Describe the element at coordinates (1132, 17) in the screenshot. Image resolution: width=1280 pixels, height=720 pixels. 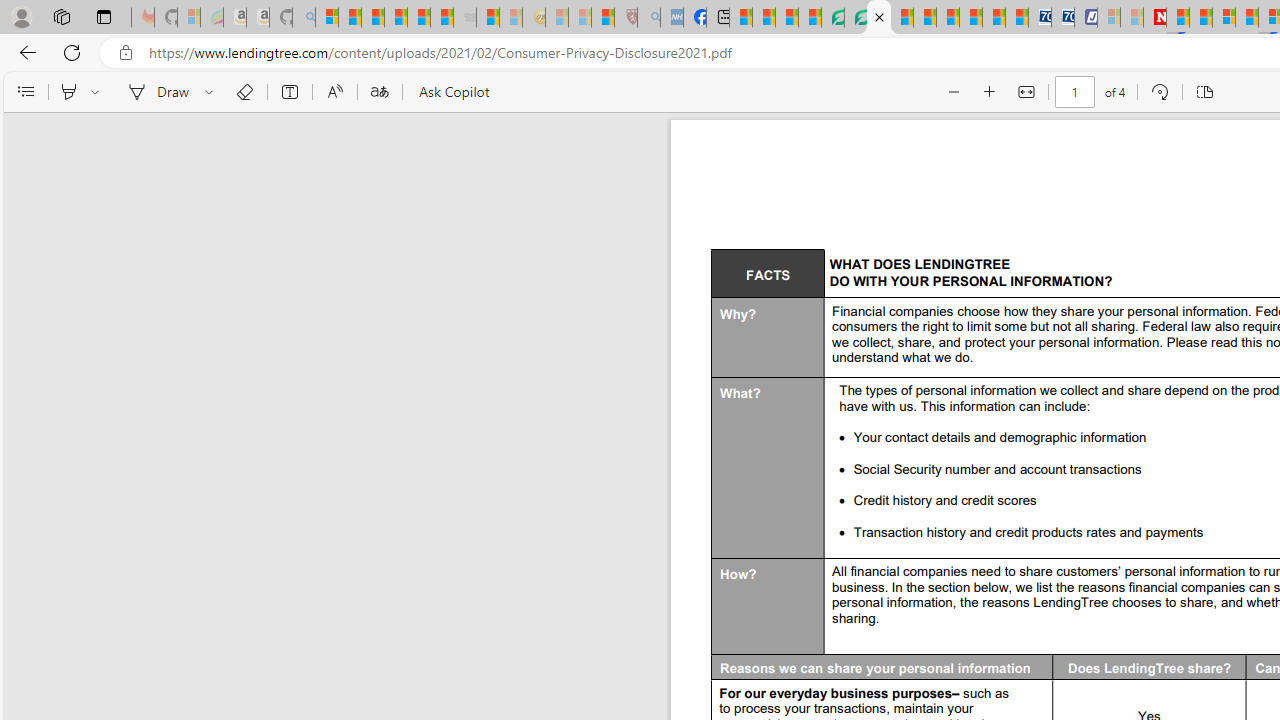
I see `'Microsoft Start - Sleeping'` at that location.